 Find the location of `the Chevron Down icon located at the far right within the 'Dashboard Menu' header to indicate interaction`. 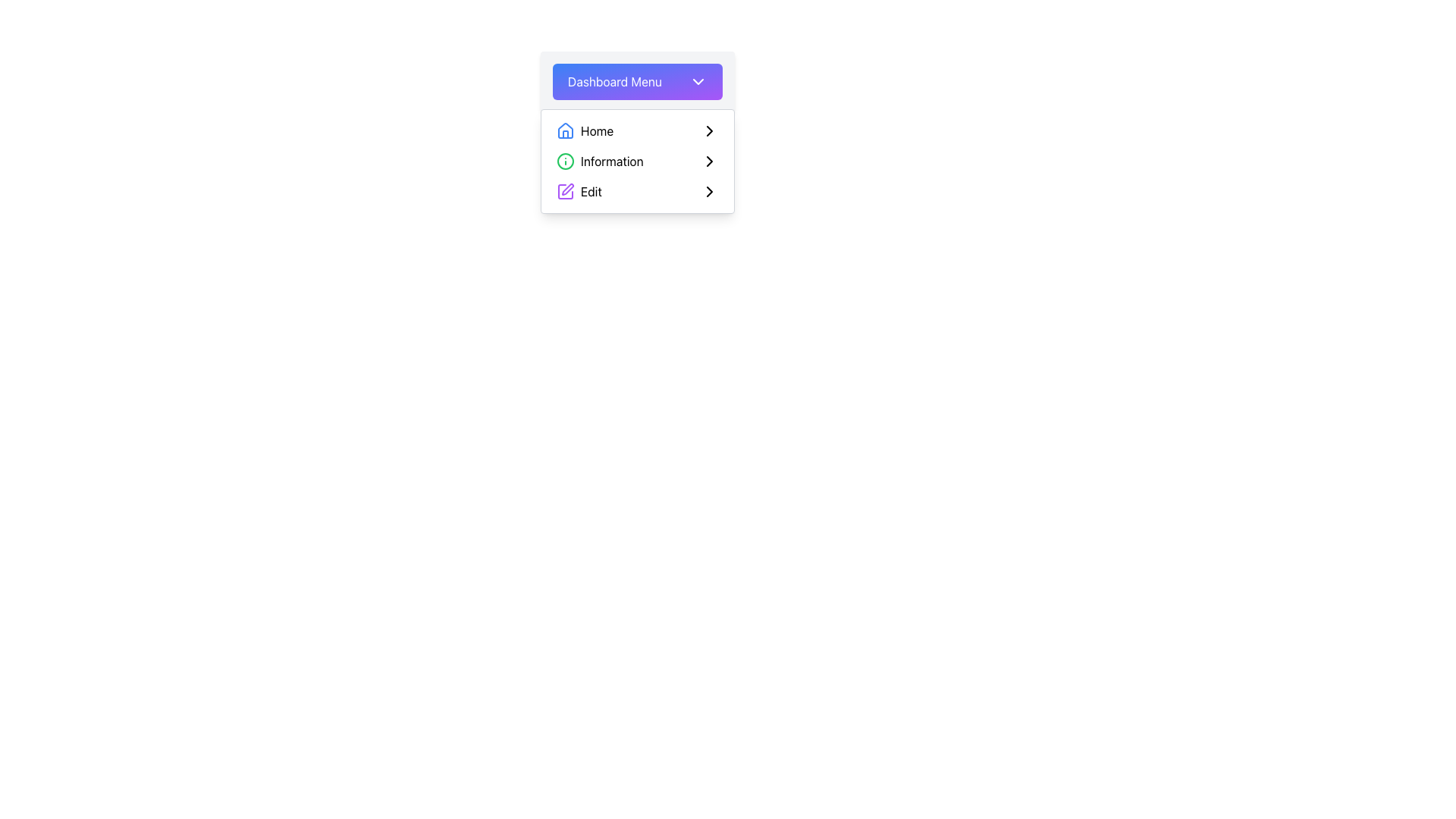

the Chevron Down icon located at the far right within the 'Dashboard Menu' header to indicate interaction is located at coordinates (698, 82).